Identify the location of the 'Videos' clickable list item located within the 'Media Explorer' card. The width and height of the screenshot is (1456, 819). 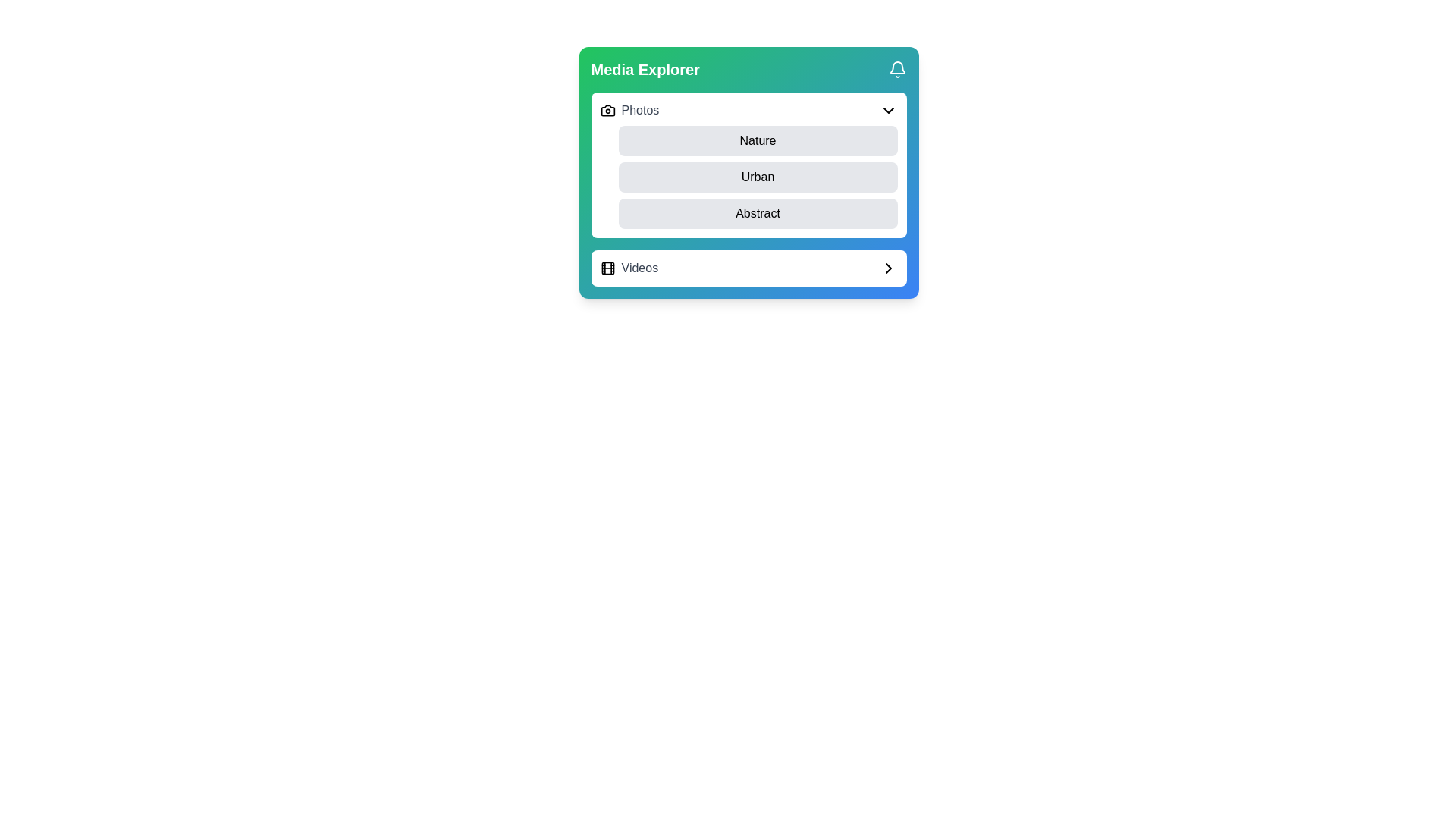
(629, 268).